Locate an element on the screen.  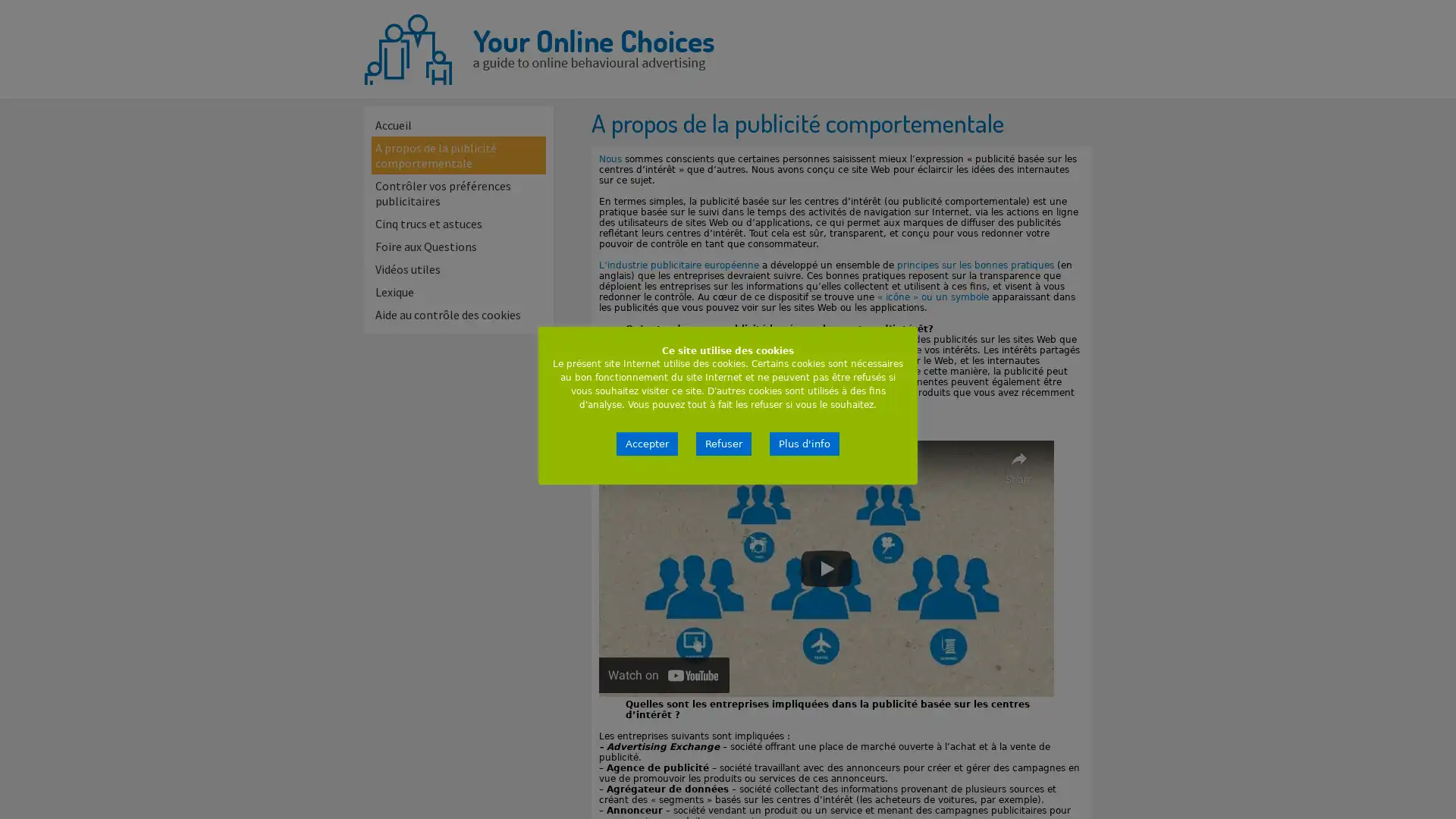
Refuser is located at coordinates (723, 444).